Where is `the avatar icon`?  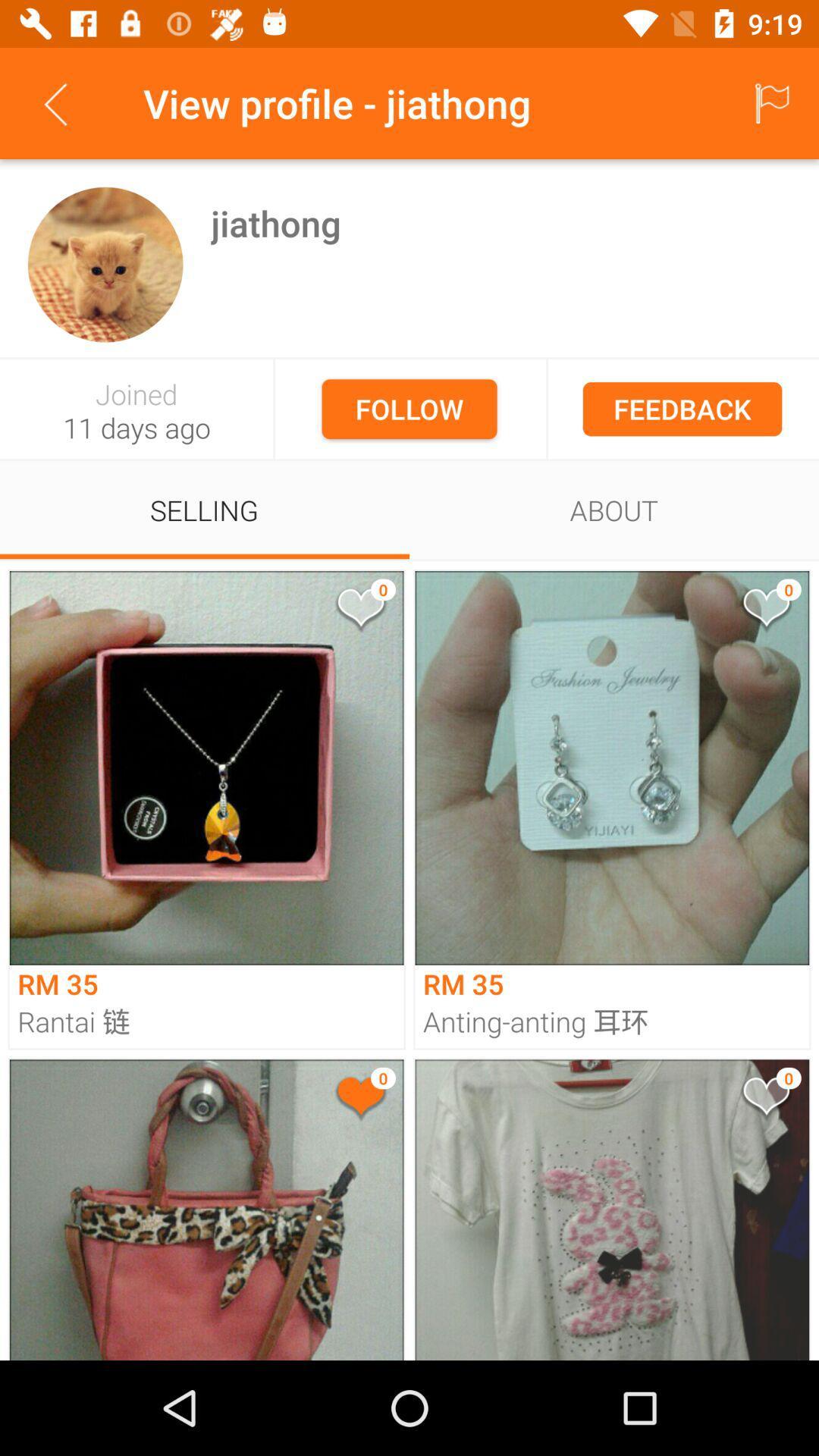
the avatar icon is located at coordinates (105, 265).